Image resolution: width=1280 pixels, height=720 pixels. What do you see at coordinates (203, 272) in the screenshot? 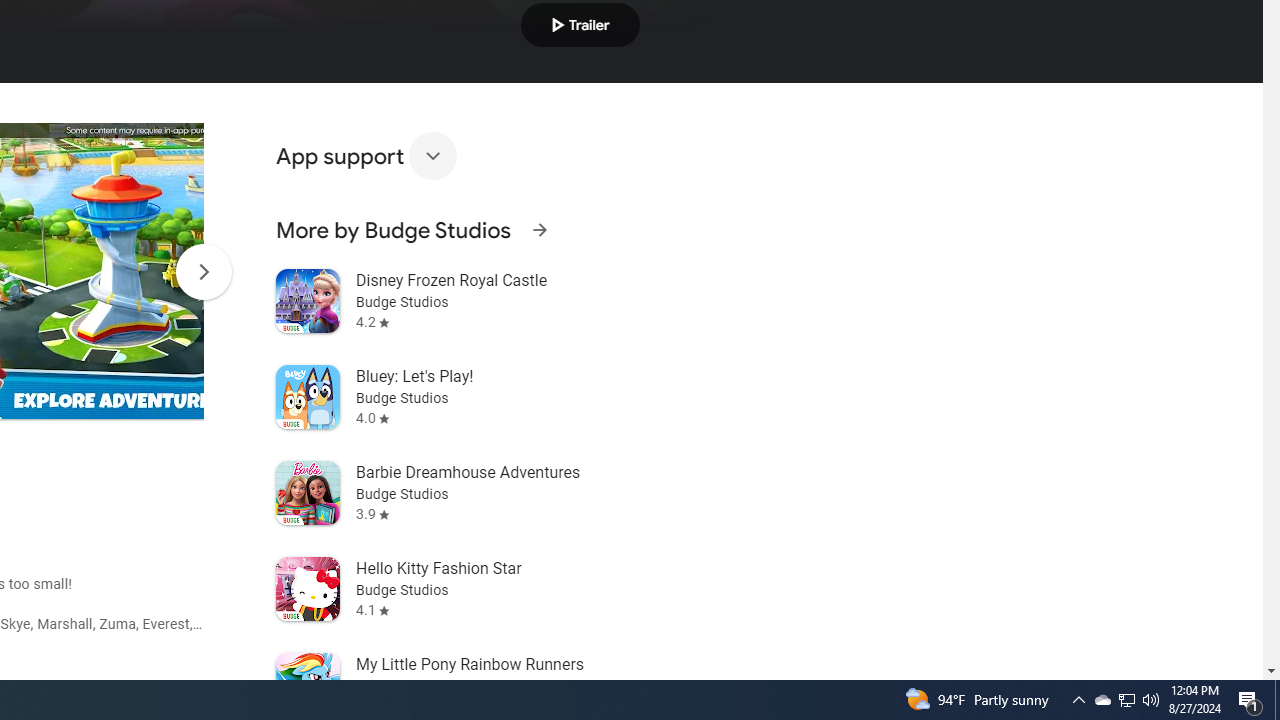
I see `'Scroll Next'` at bounding box center [203, 272].